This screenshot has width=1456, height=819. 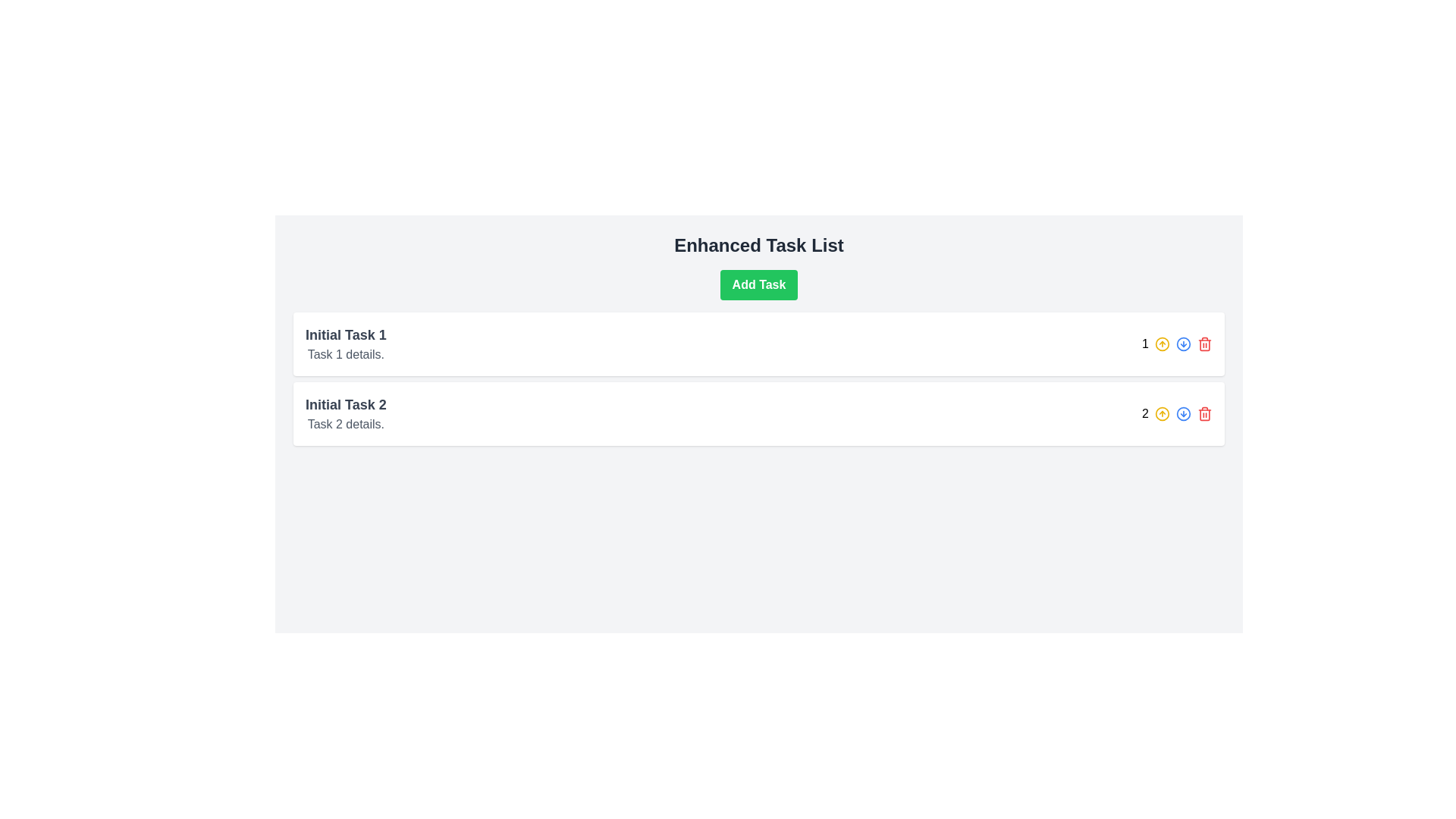 What do you see at coordinates (345, 334) in the screenshot?
I see `the Text Label that serves as the title or header for the task item, positioned above the 'Task 1 details' text in the vertical list` at bounding box center [345, 334].